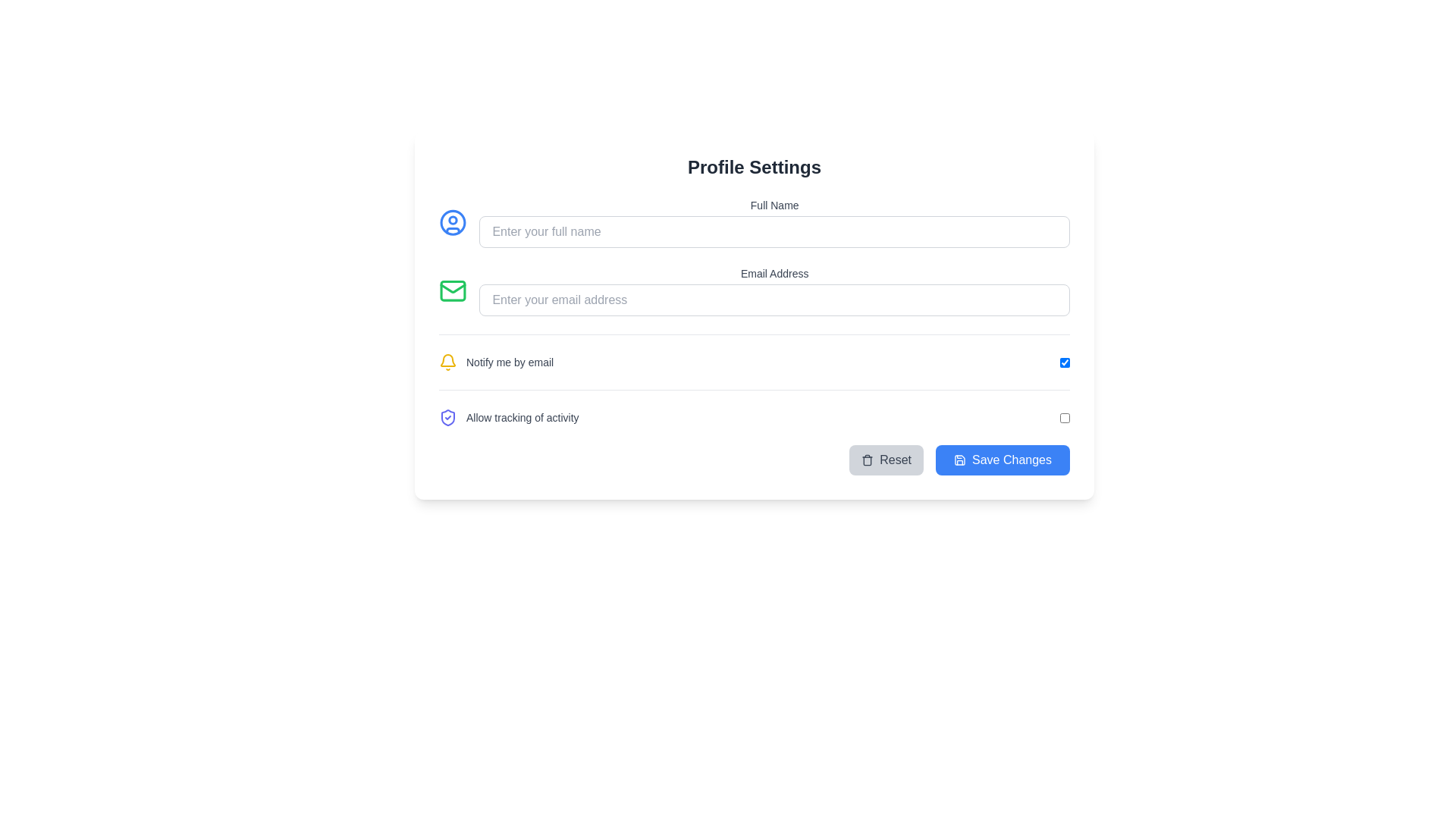 This screenshot has height=819, width=1456. Describe the element at coordinates (452, 220) in the screenshot. I see `the medium-sized circle within the larger user icon on the left side of the 'Profile Settings' area` at that location.